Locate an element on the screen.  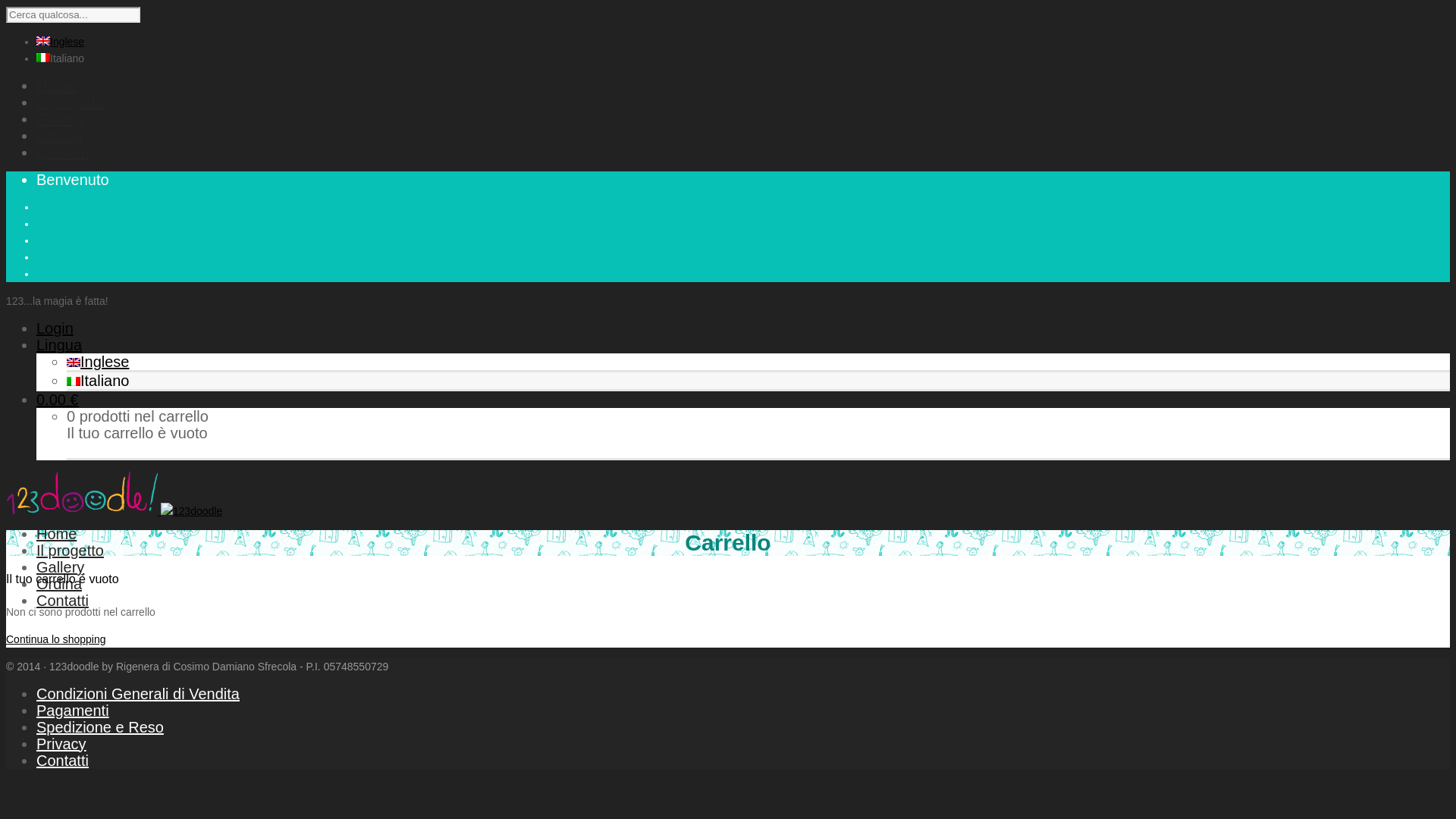
'Ordina' is located at coordinates (36, 134).